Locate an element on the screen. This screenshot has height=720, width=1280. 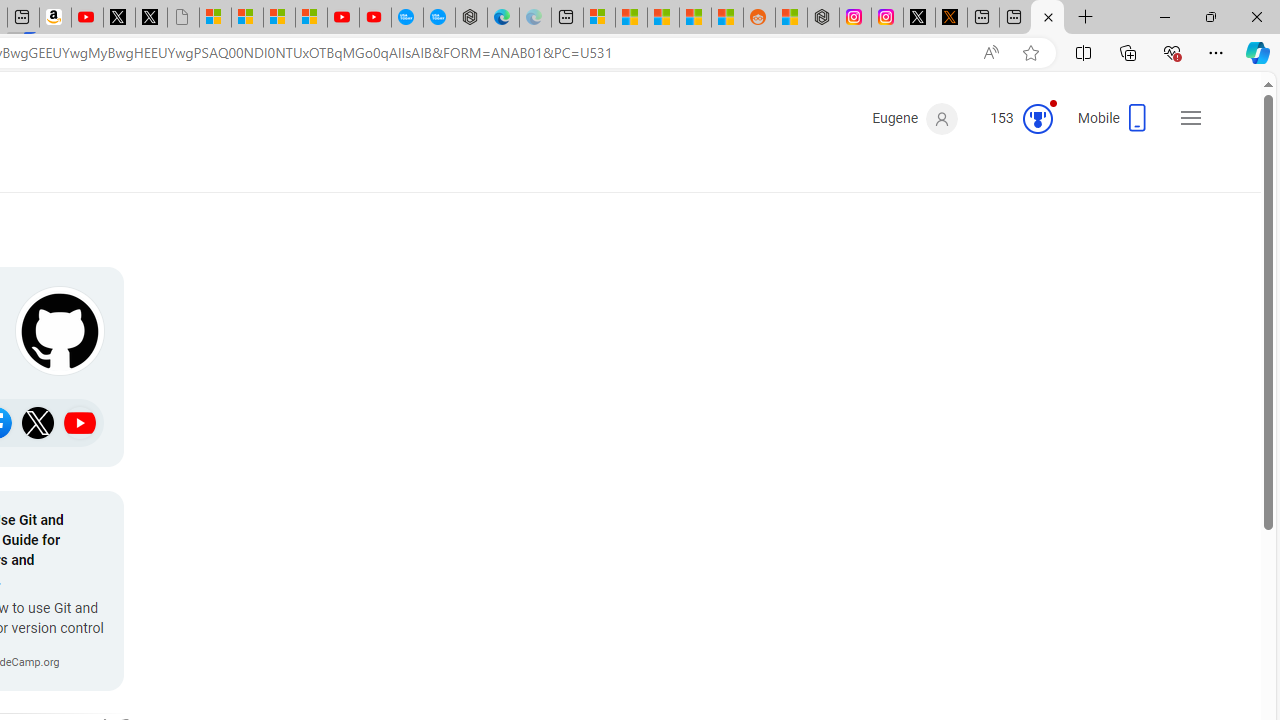
'The most popular Google ' is located at coordinates (438, 17).